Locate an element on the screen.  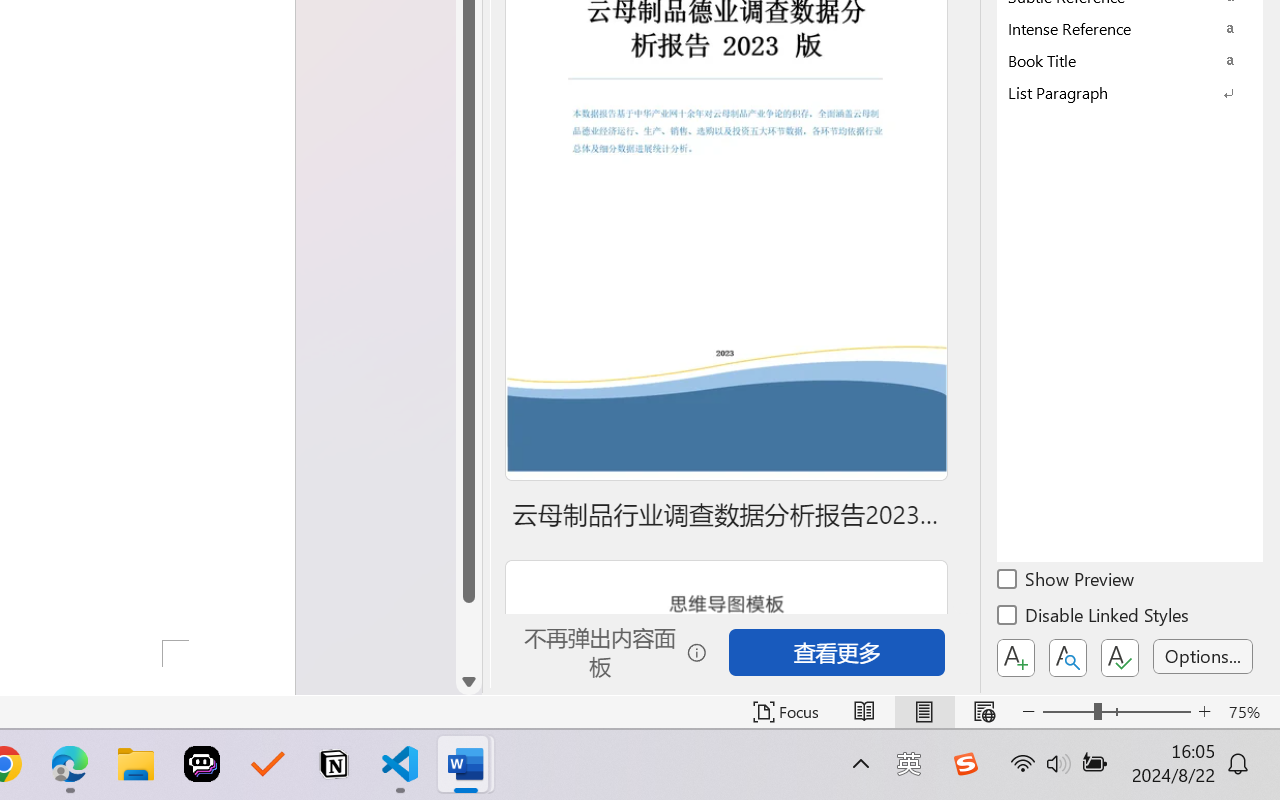
'Book Title' is located at coordinates (1130, 59).